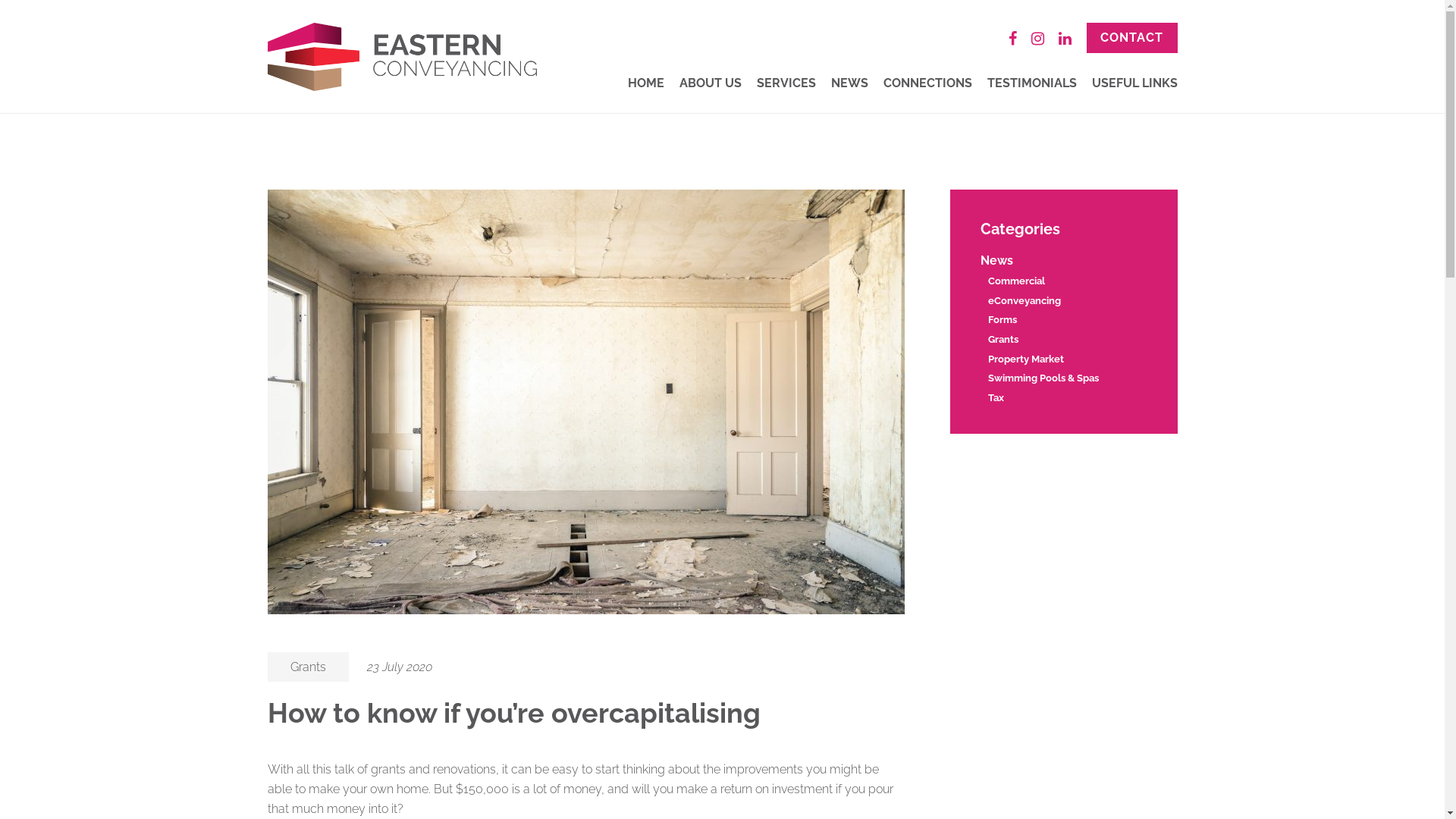 This screenshot has width=1456, height=819. What do you see at coordinates (1131, 37) in the screenshot?
I see `'CONTACT'` at bounding box center [1131, 37].